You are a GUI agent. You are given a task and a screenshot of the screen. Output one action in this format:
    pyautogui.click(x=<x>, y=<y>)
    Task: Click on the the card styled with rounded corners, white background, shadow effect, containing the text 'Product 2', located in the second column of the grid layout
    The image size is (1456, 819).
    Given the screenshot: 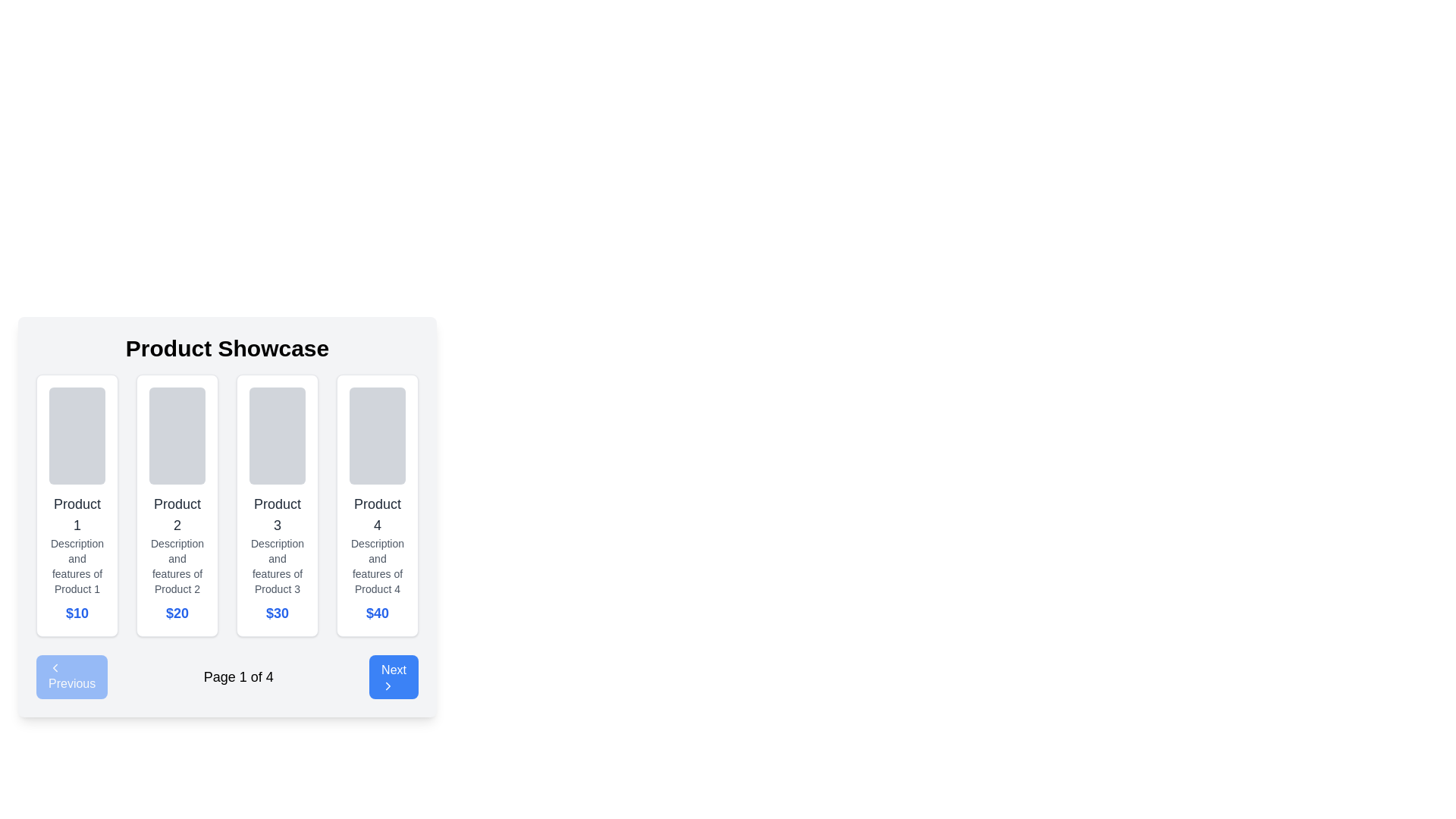 What is the action you would take?
    pyautogui.click(x=177, y=506)
    